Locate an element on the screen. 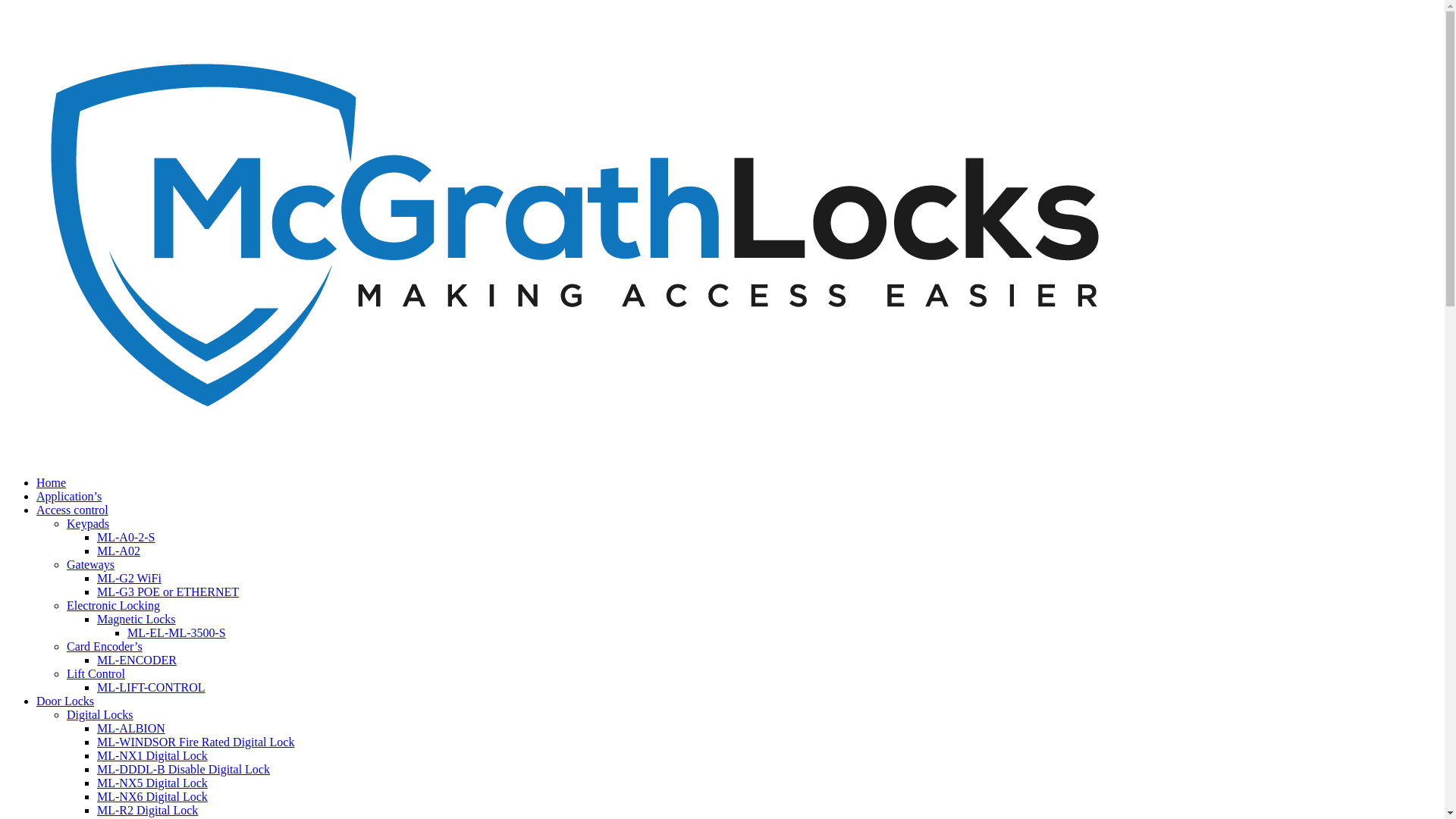  'ML-ENCODER' is located at coordinates (136, 659).